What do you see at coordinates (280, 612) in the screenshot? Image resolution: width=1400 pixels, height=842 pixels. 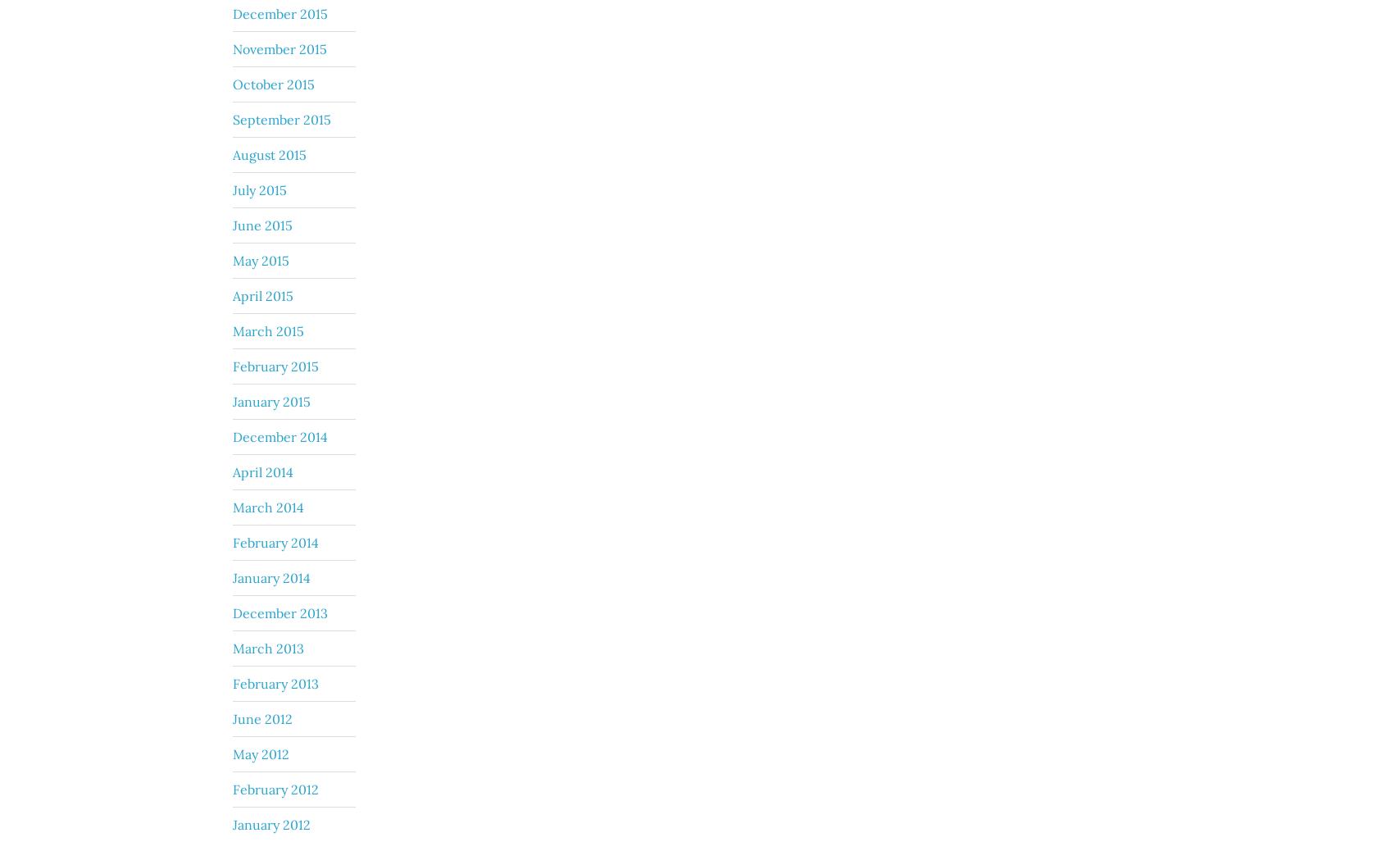 I see `'December 2013'` at bounding box center [280, 612].